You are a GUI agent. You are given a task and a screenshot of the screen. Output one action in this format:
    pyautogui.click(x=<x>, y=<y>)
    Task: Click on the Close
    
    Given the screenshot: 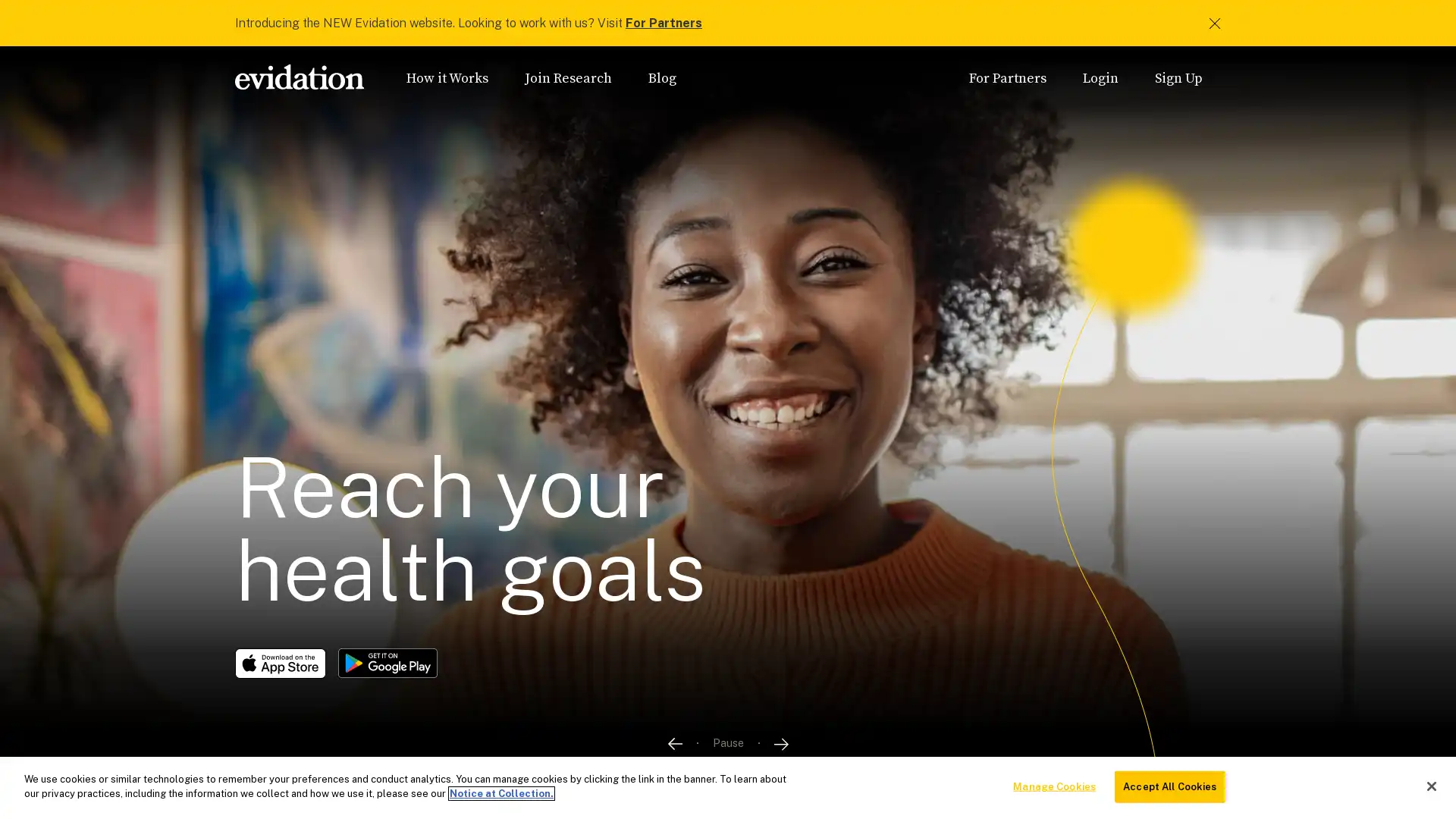 What is the action you would take?
    pyautogui.click(x=1430, y=785)
    